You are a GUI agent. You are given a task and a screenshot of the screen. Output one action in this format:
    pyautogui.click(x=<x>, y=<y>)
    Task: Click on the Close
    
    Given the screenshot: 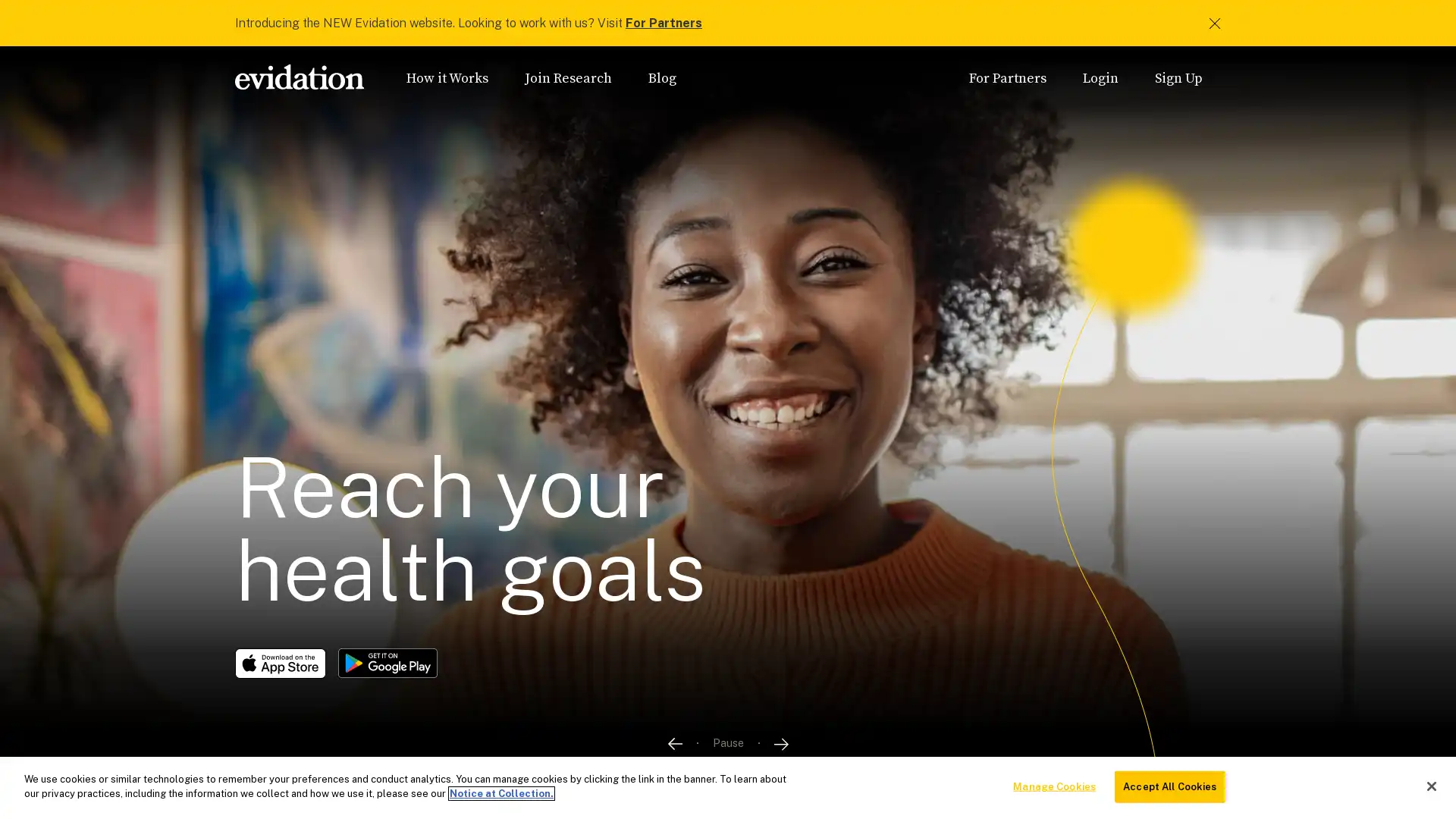 What is the action you would take?
    pyautogui.click(x=1430, y=785)
    